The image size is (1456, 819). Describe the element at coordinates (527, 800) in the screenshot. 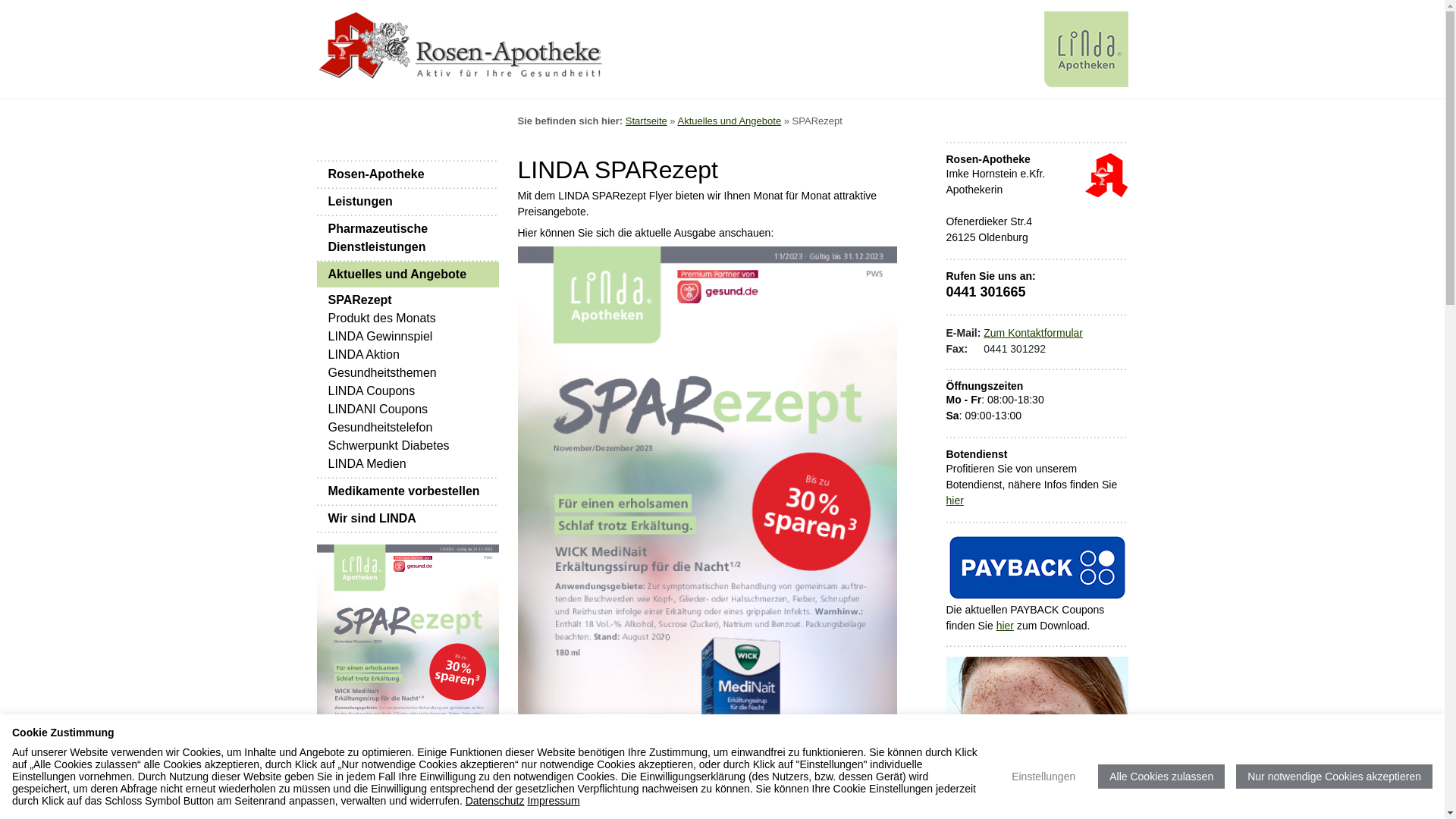

I see `'Impressum'` at that location.